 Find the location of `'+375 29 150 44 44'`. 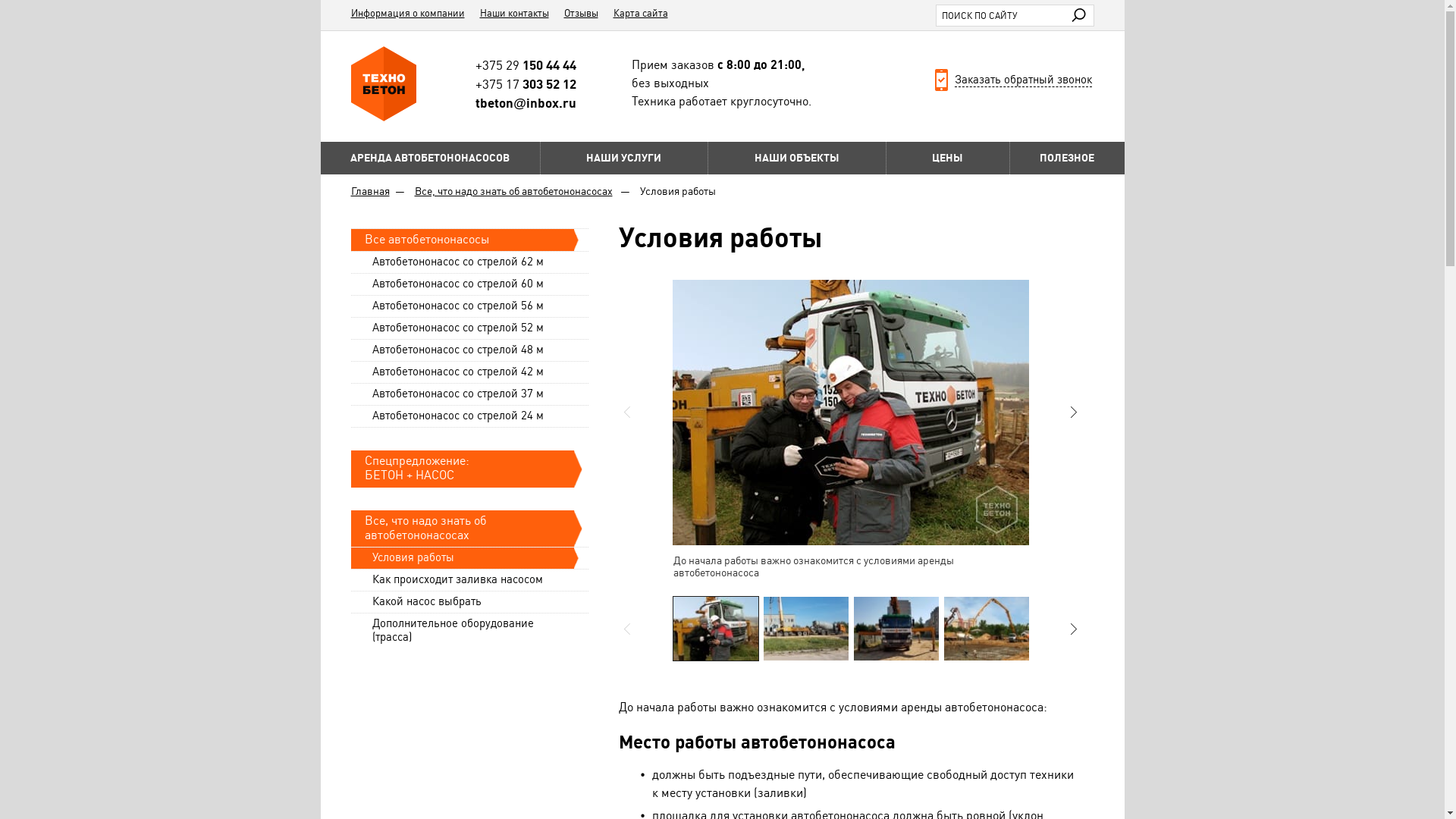

'+375 29 150 44 44' is located at coordinates (526, 64).